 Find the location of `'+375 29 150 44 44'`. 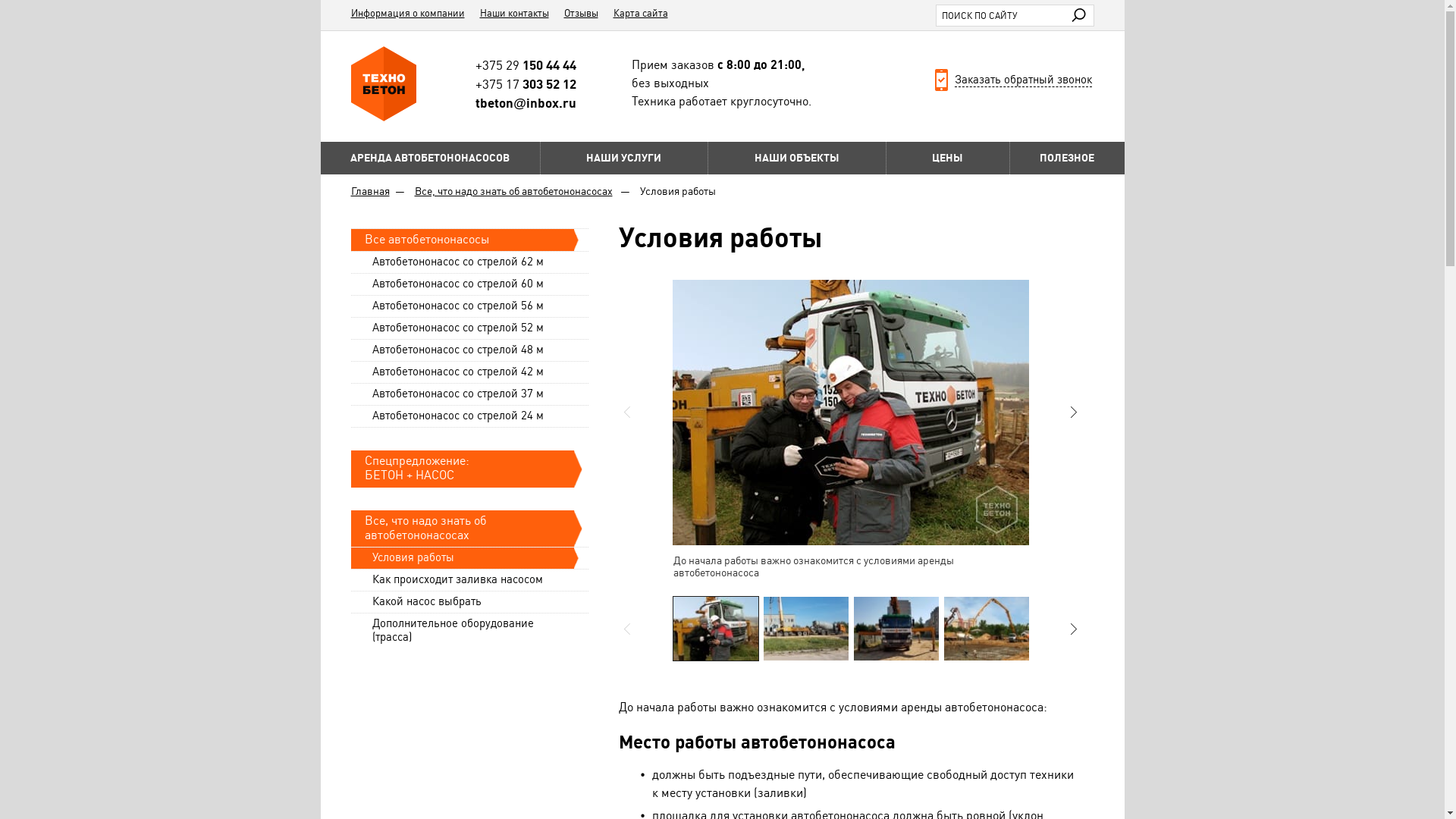

'+375 29 150 44 44' is located at coordinates (526, 64).